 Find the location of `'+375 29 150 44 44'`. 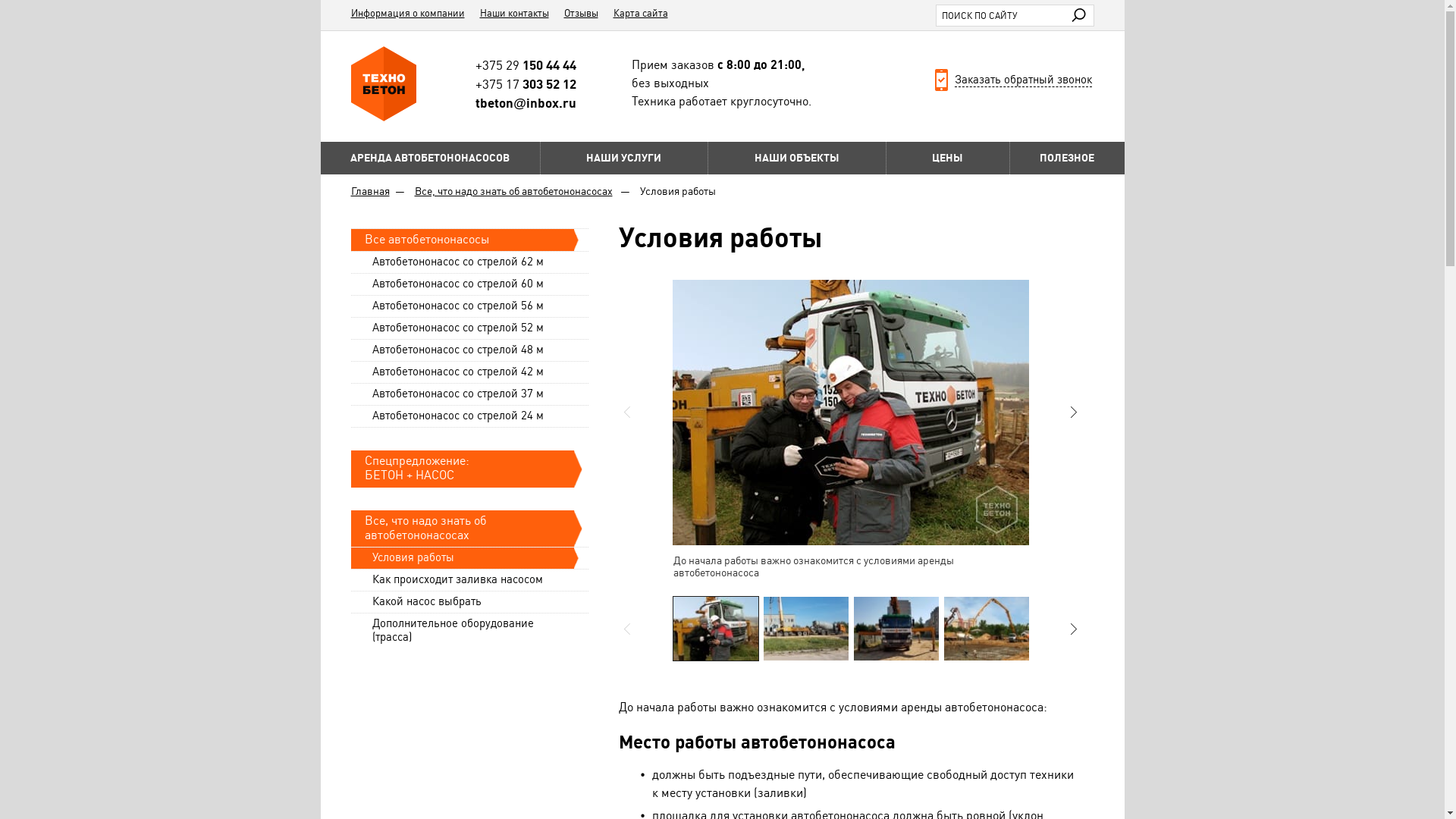

'+375 29 150 44 44' is located at coordinates (526, 64).